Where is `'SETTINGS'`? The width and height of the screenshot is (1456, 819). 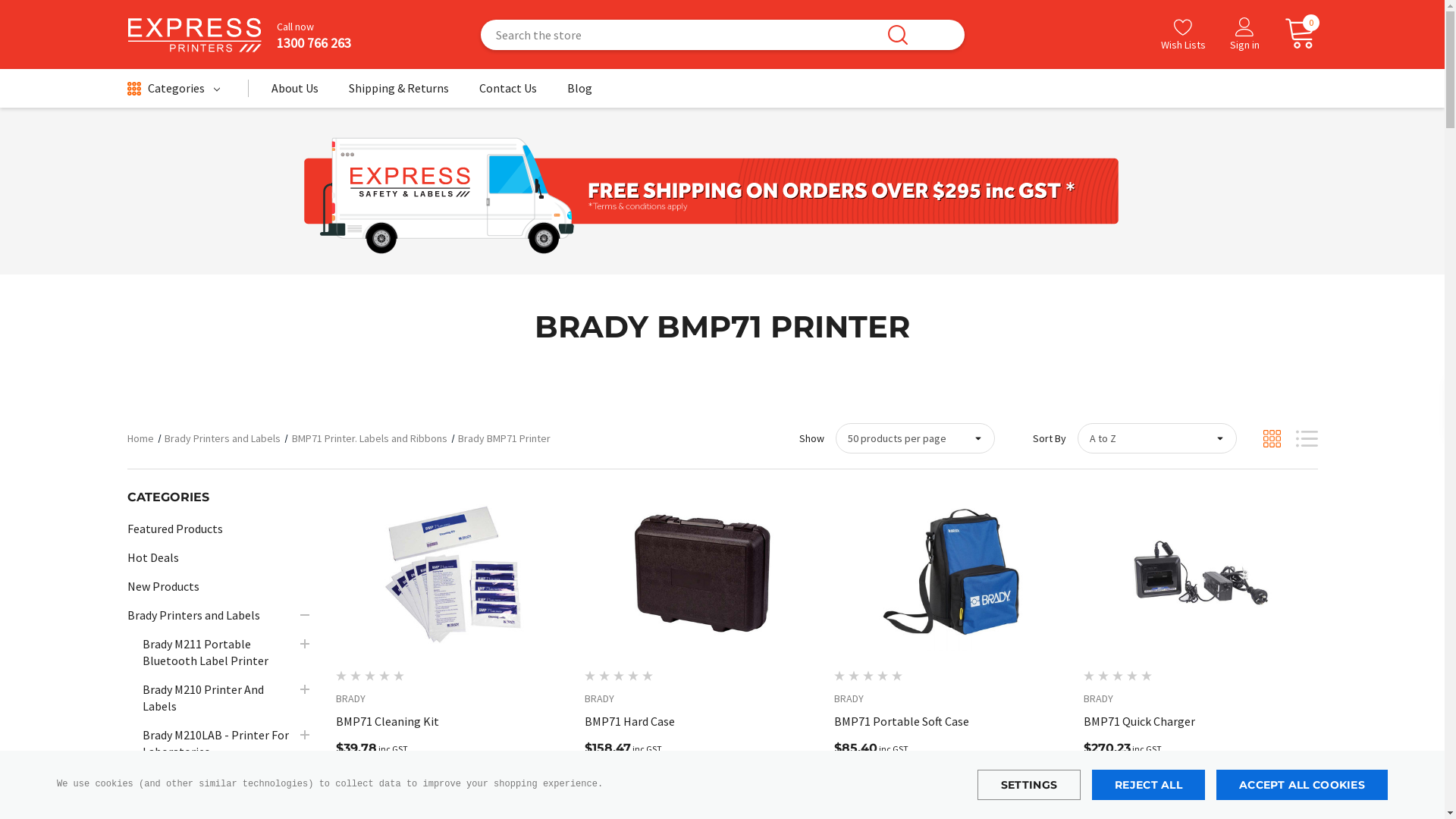 'SETTINGS' is located at coordinates (1029, 784).